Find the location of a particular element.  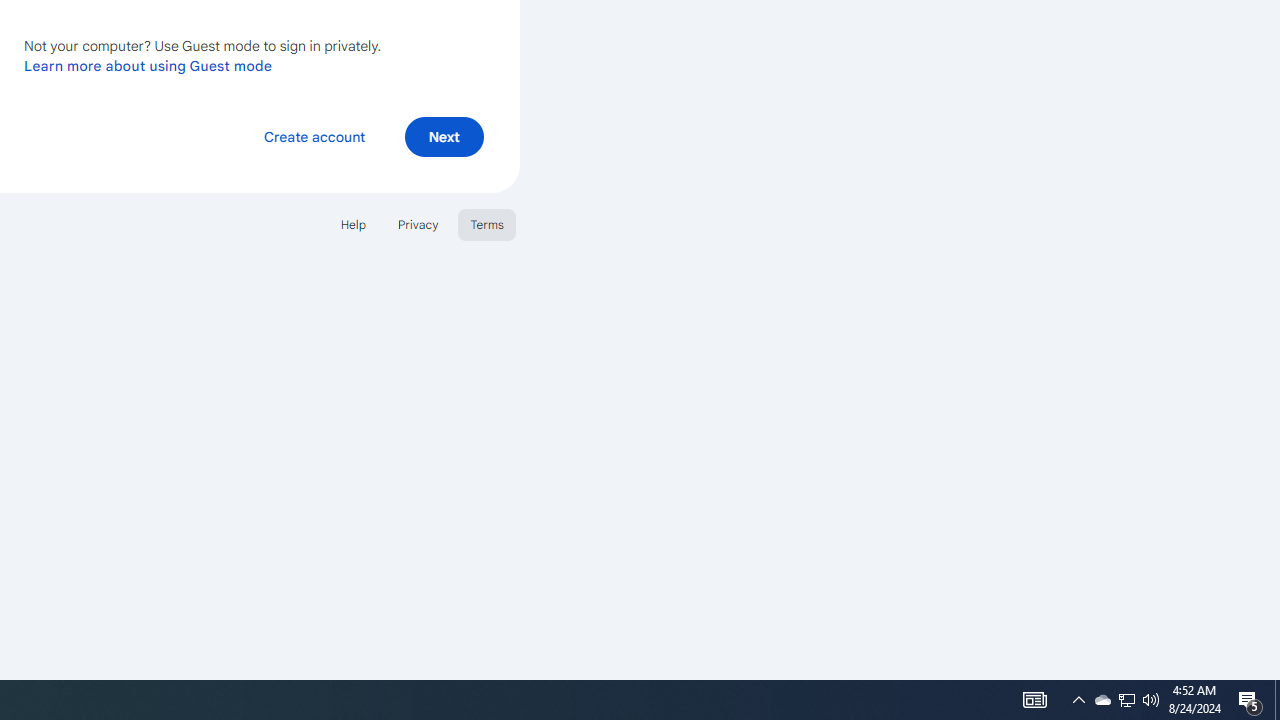

'Create account' is located at coordinates (313, 135).